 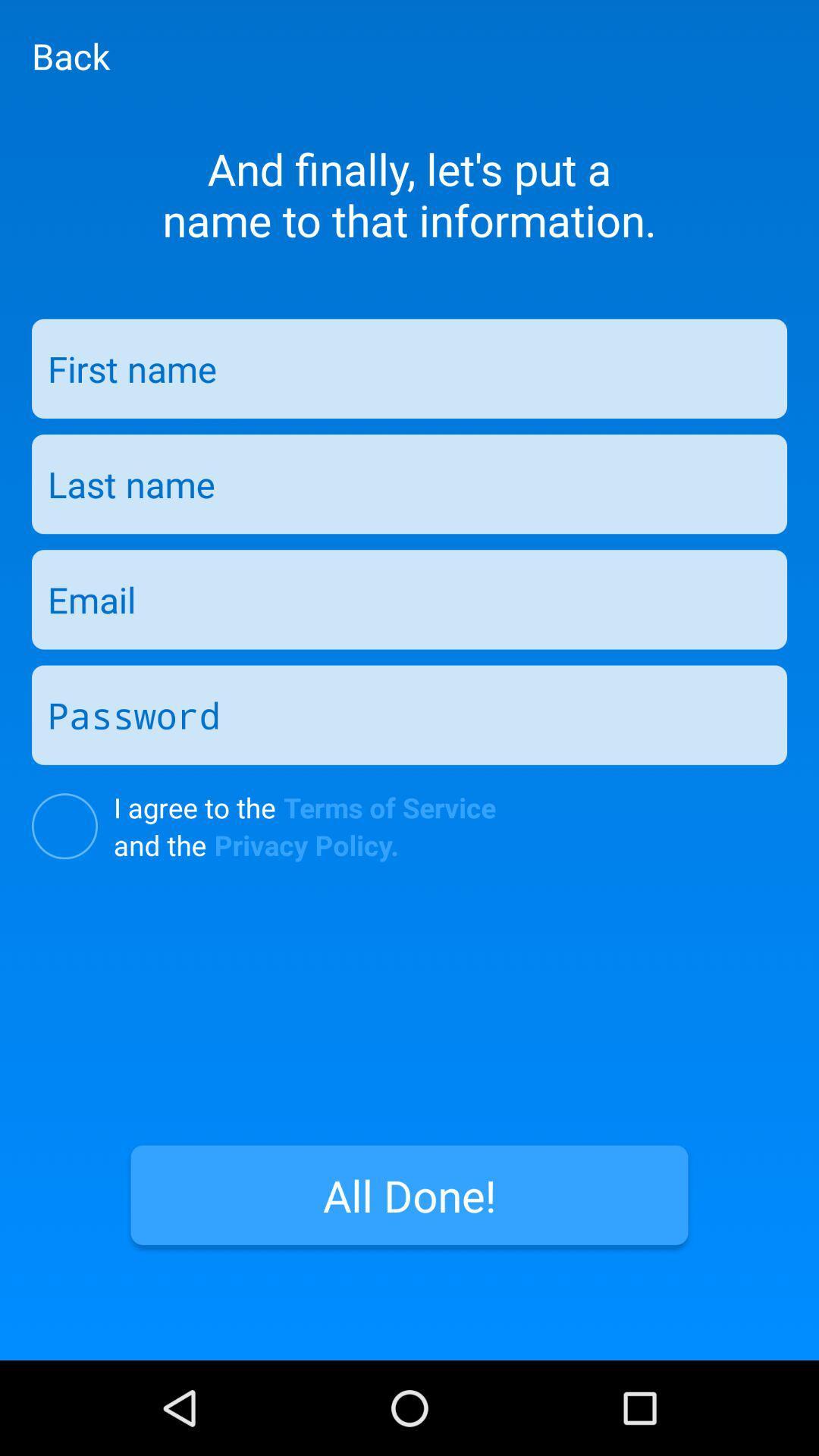 I want to click on password, so click(x=409, y=714).